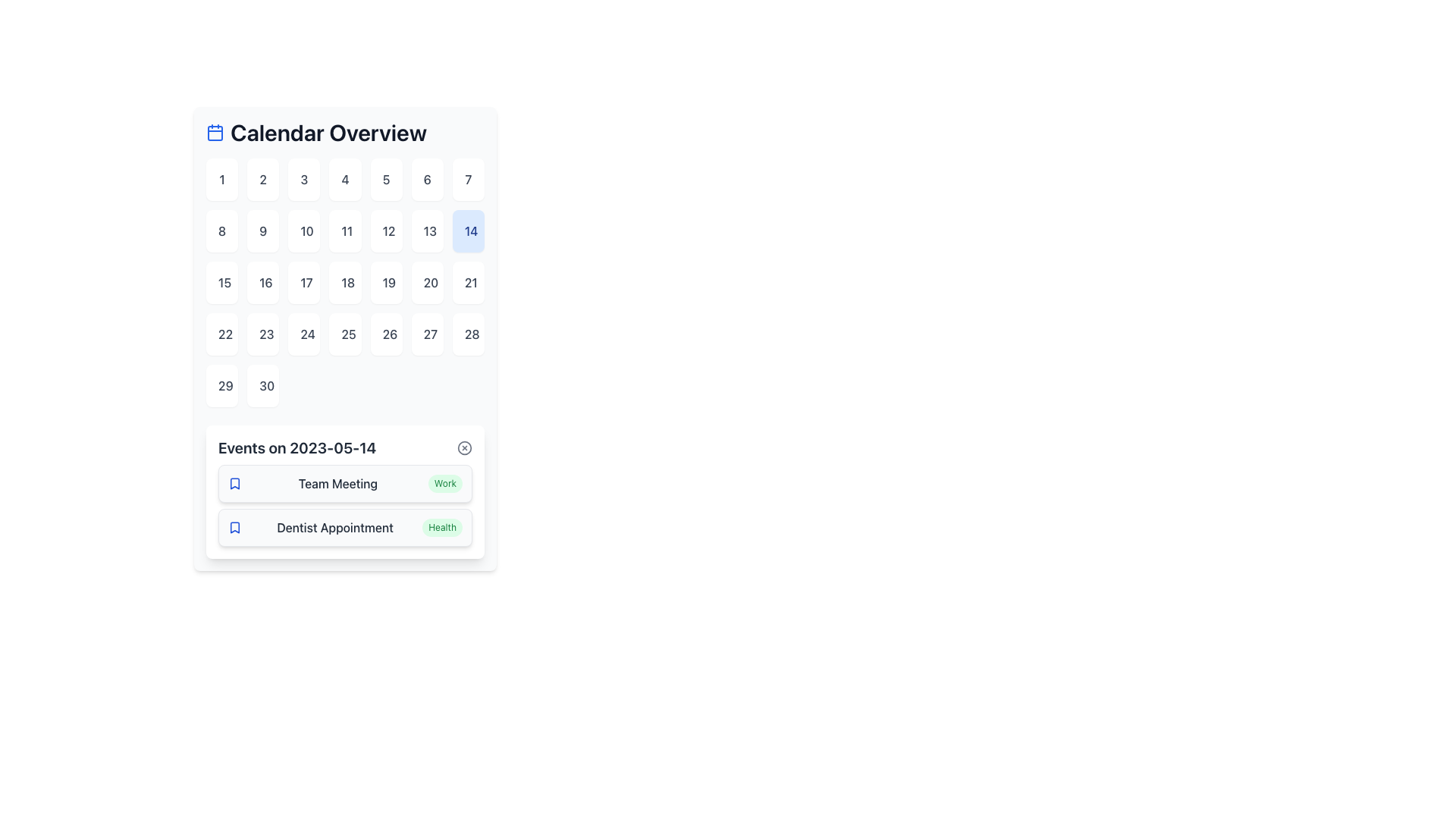 The height and width of the screenshot is (819, 1456). What do you see at coordinates (221, 283) in the screenshot?
I see `the calendar button displaying the number '15'` at bounding box center [221, 283].